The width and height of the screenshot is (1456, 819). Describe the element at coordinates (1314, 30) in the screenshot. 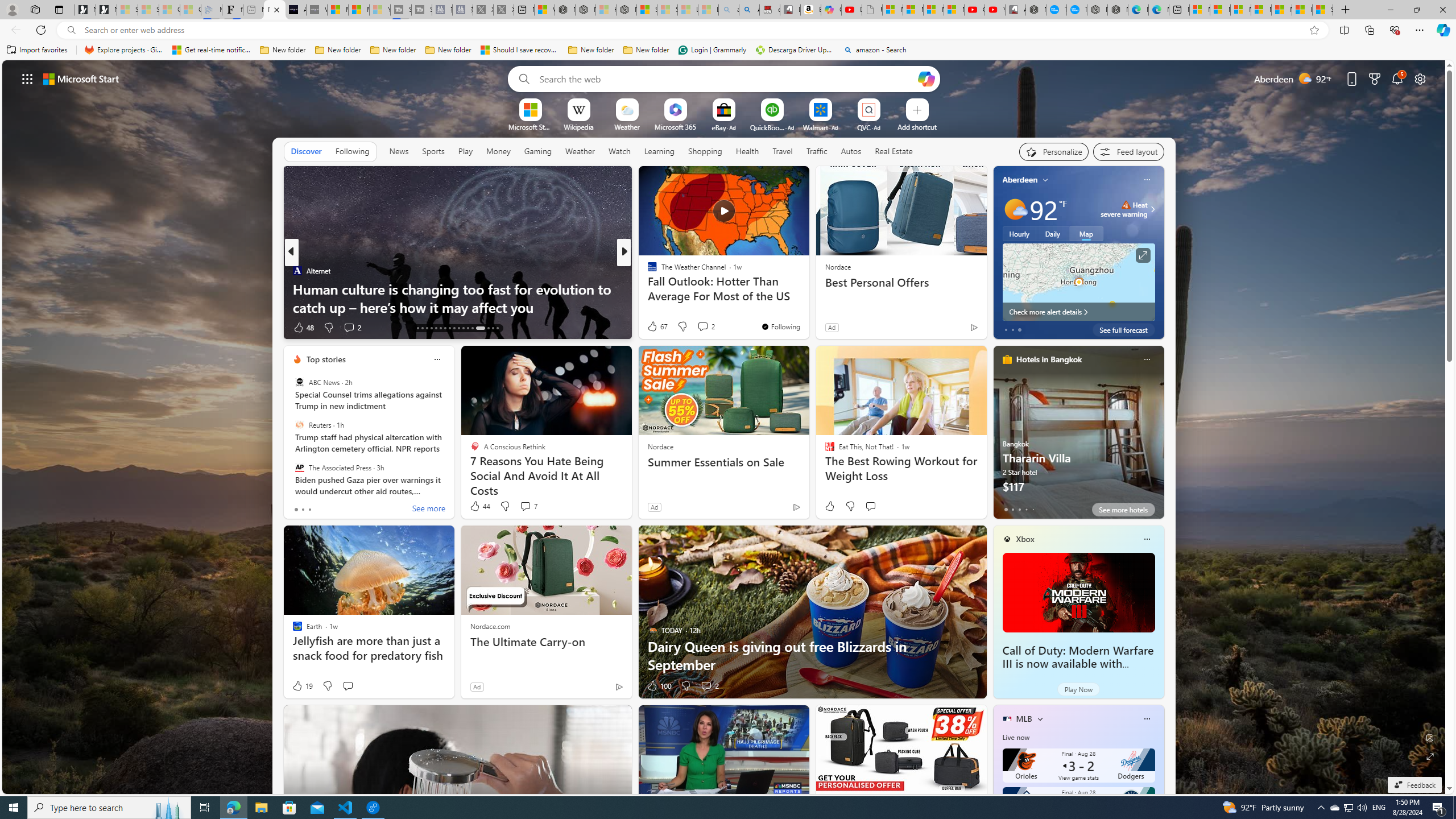

I see `'Add this page to favorites (Ctrl+D)'` at that location.